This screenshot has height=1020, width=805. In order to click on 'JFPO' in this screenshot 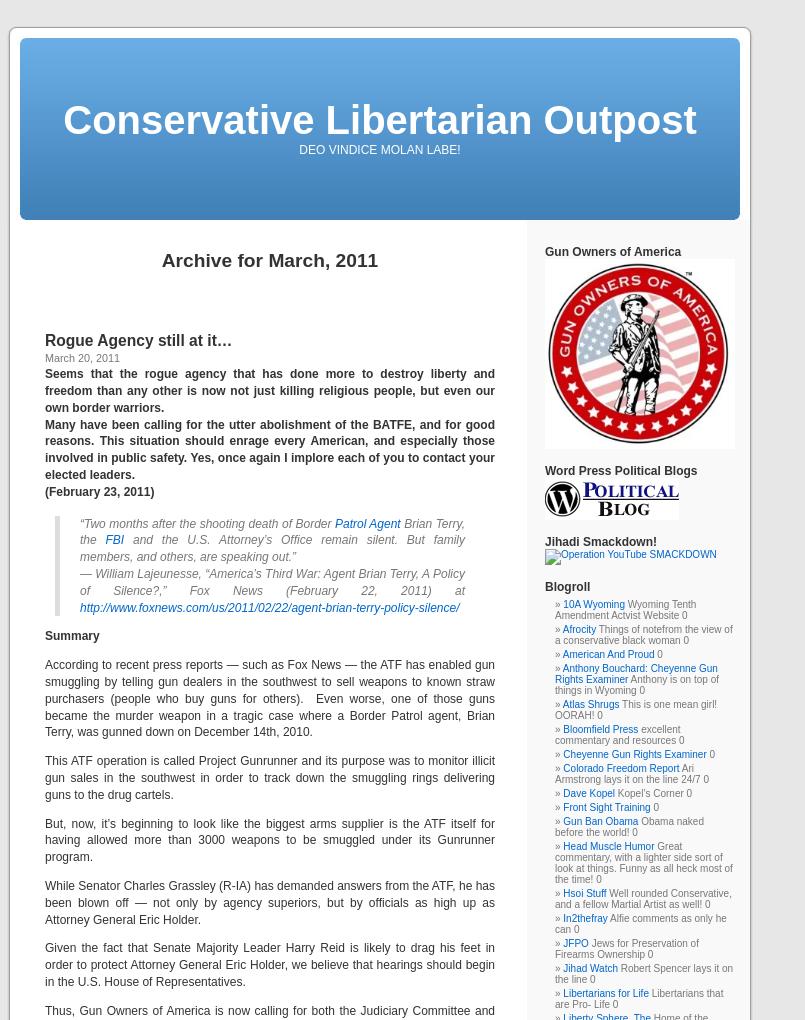, I will do `click(562, 942)`.